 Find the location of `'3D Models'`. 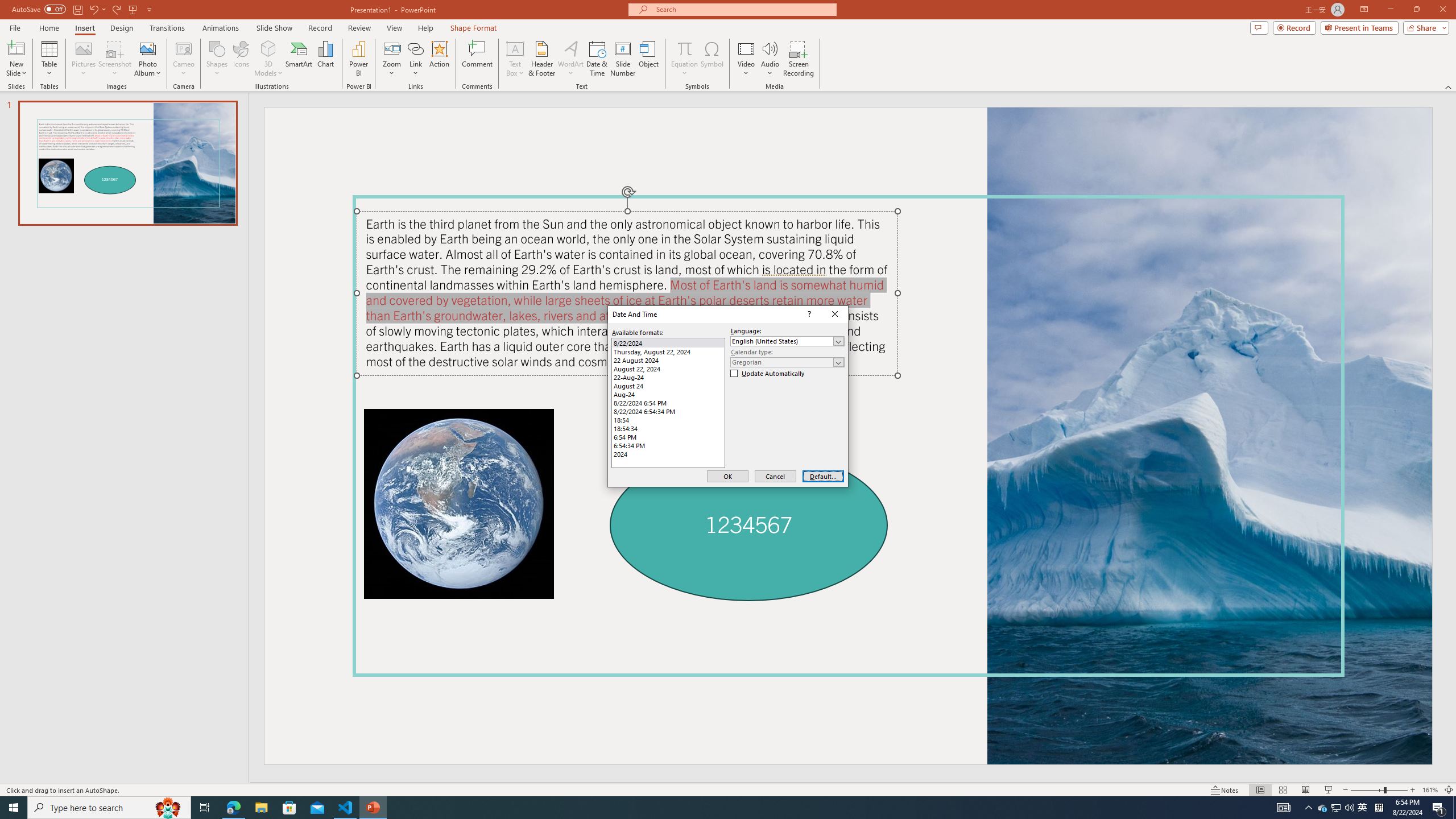

'3D Models' is located at coordinates (268, 48).